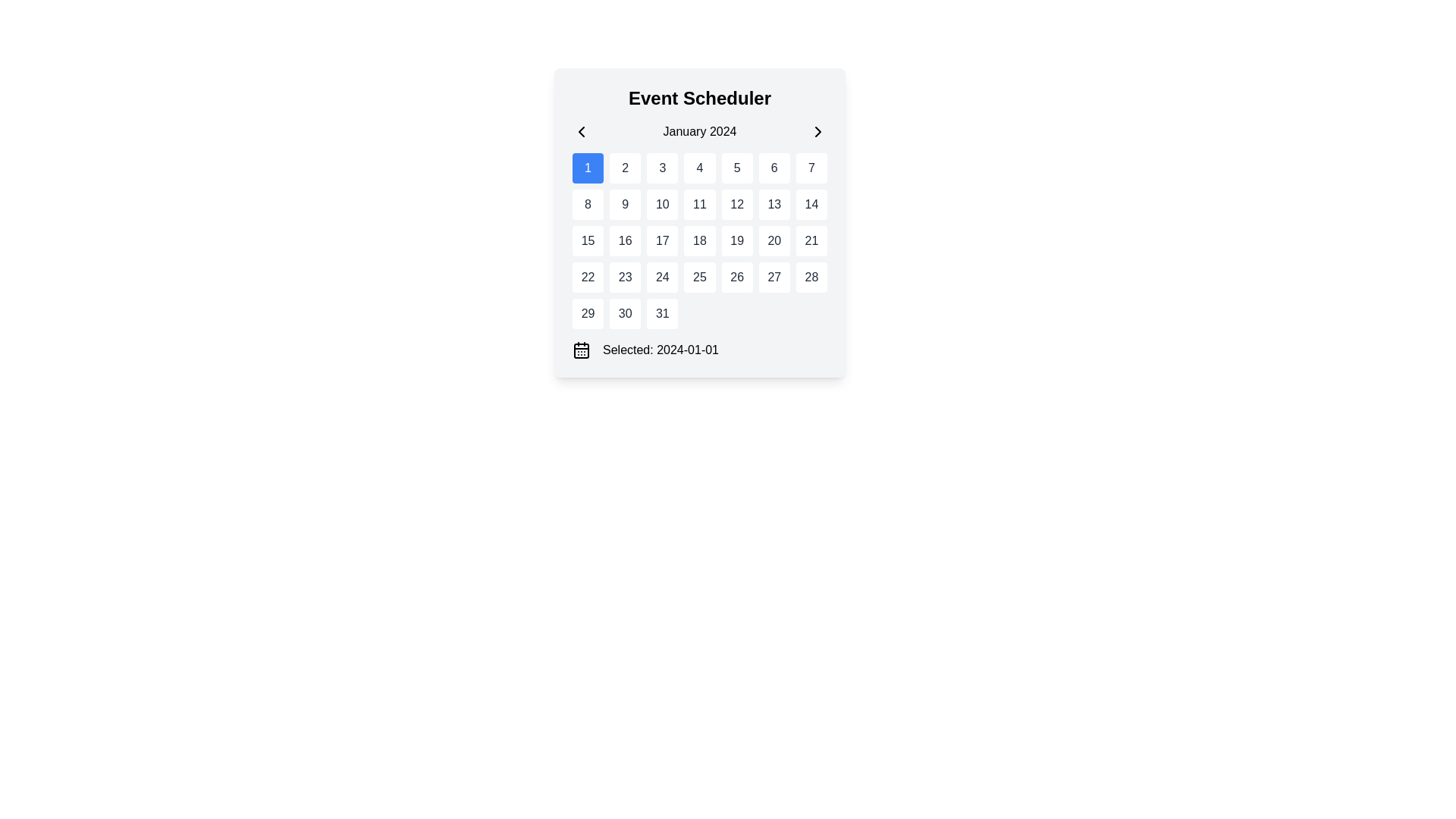 Image resolution: width=1456 pixels, height=819 pixels. What do you see at coordinates (811, 278) in the screenshot?
I see `the button representing the 28th day of January 2024 in the calendar` at bounding box center [811, 278].